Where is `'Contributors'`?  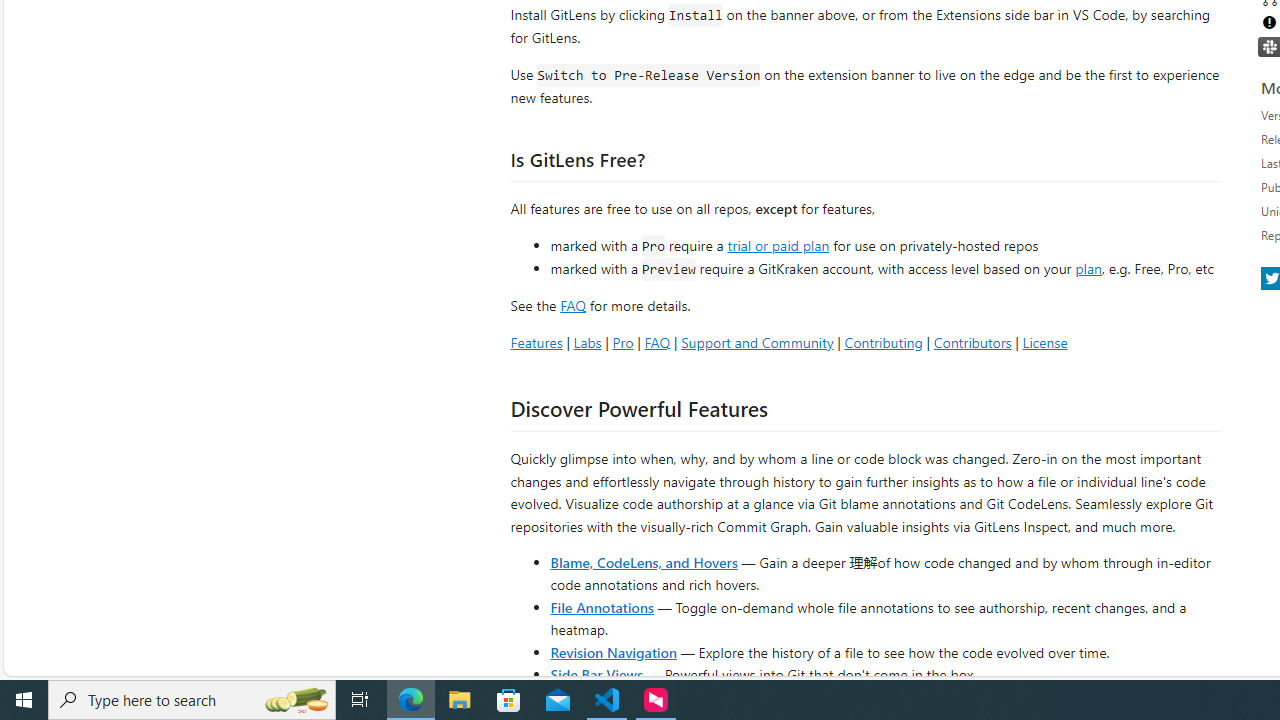
'Contributors' is located at coordinates (972, 341).